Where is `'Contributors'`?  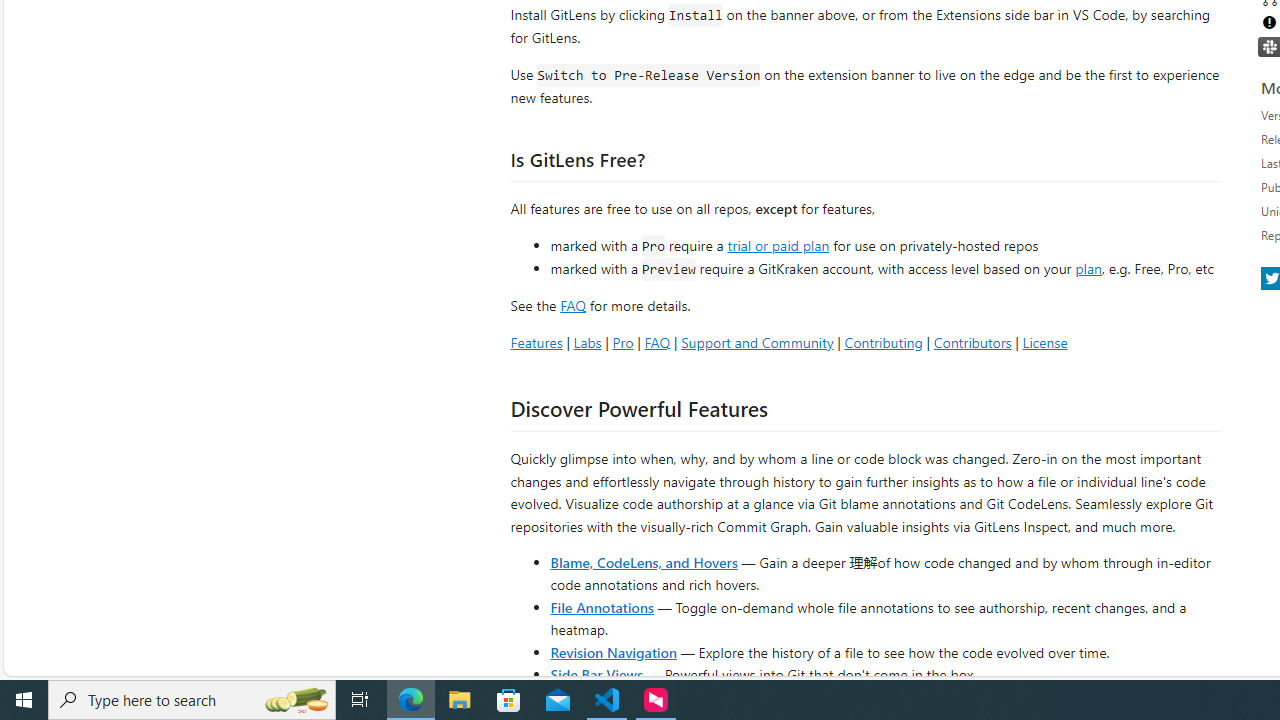
'Contributors' is located at coordinates (972, 341).